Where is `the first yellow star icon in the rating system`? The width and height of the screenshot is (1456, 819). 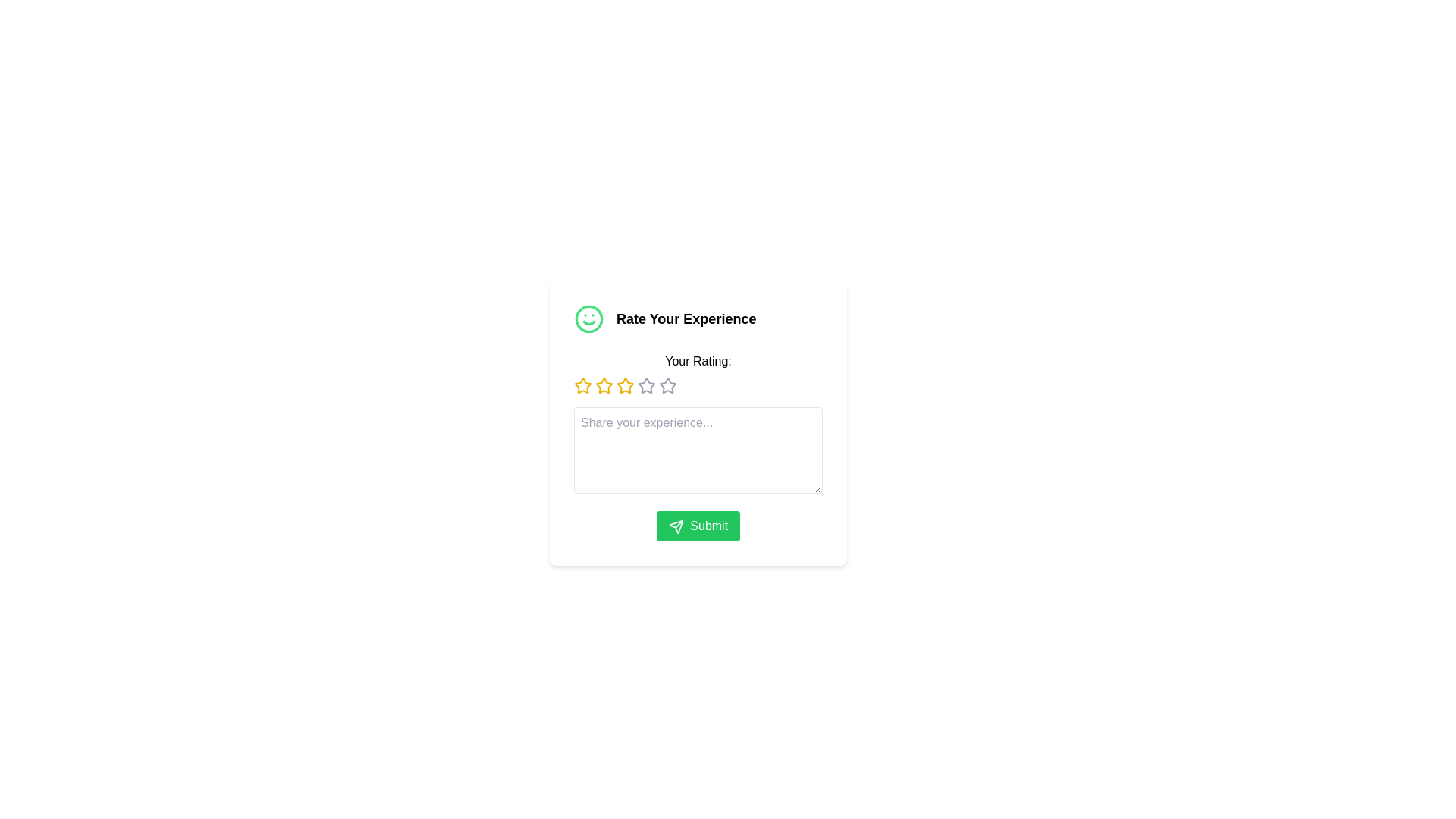
the first yellow star icon in the rating system is located at coordinates (582, 385).